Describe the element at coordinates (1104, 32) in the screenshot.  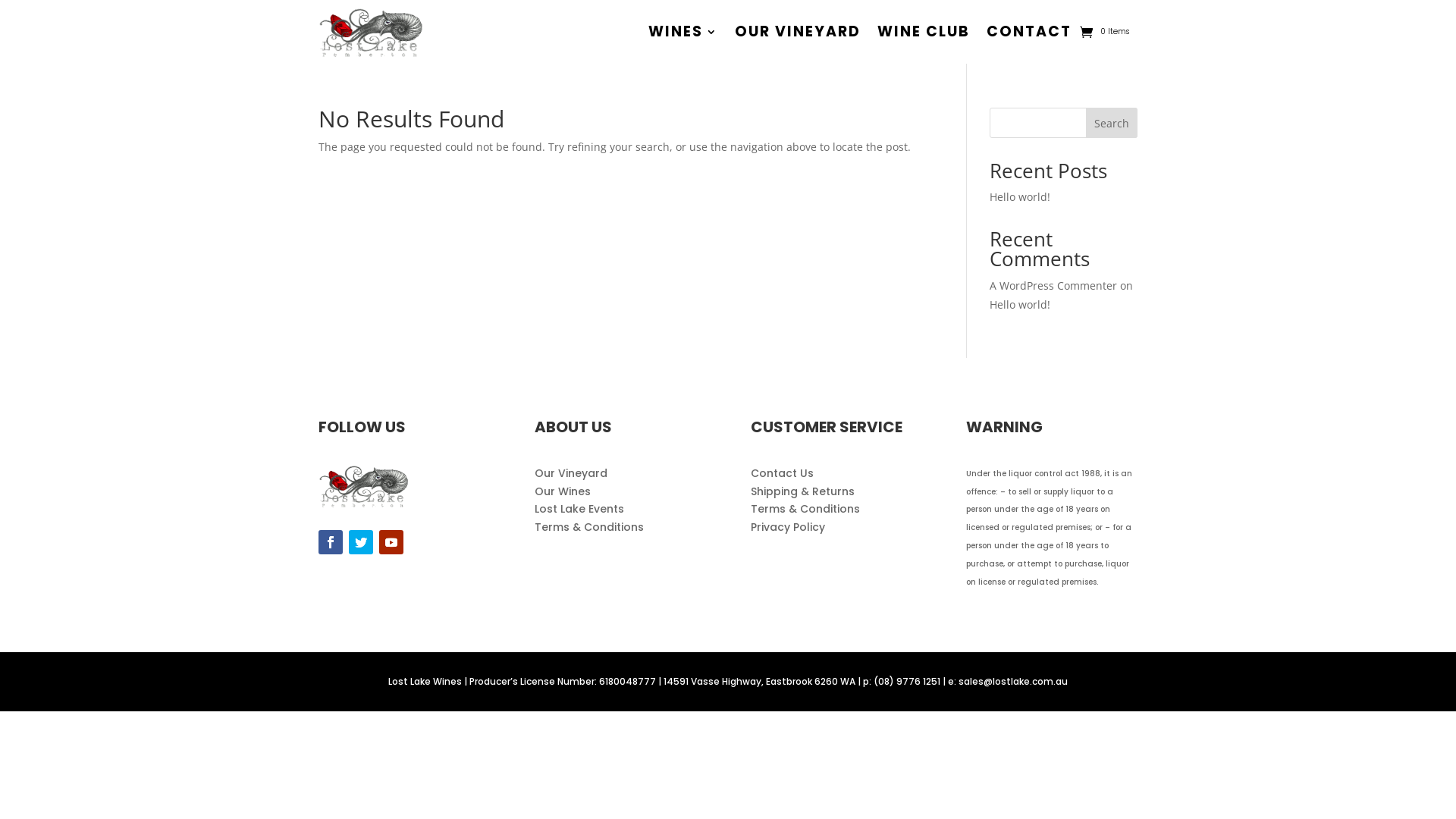
I see `'0 Items'` at that location.